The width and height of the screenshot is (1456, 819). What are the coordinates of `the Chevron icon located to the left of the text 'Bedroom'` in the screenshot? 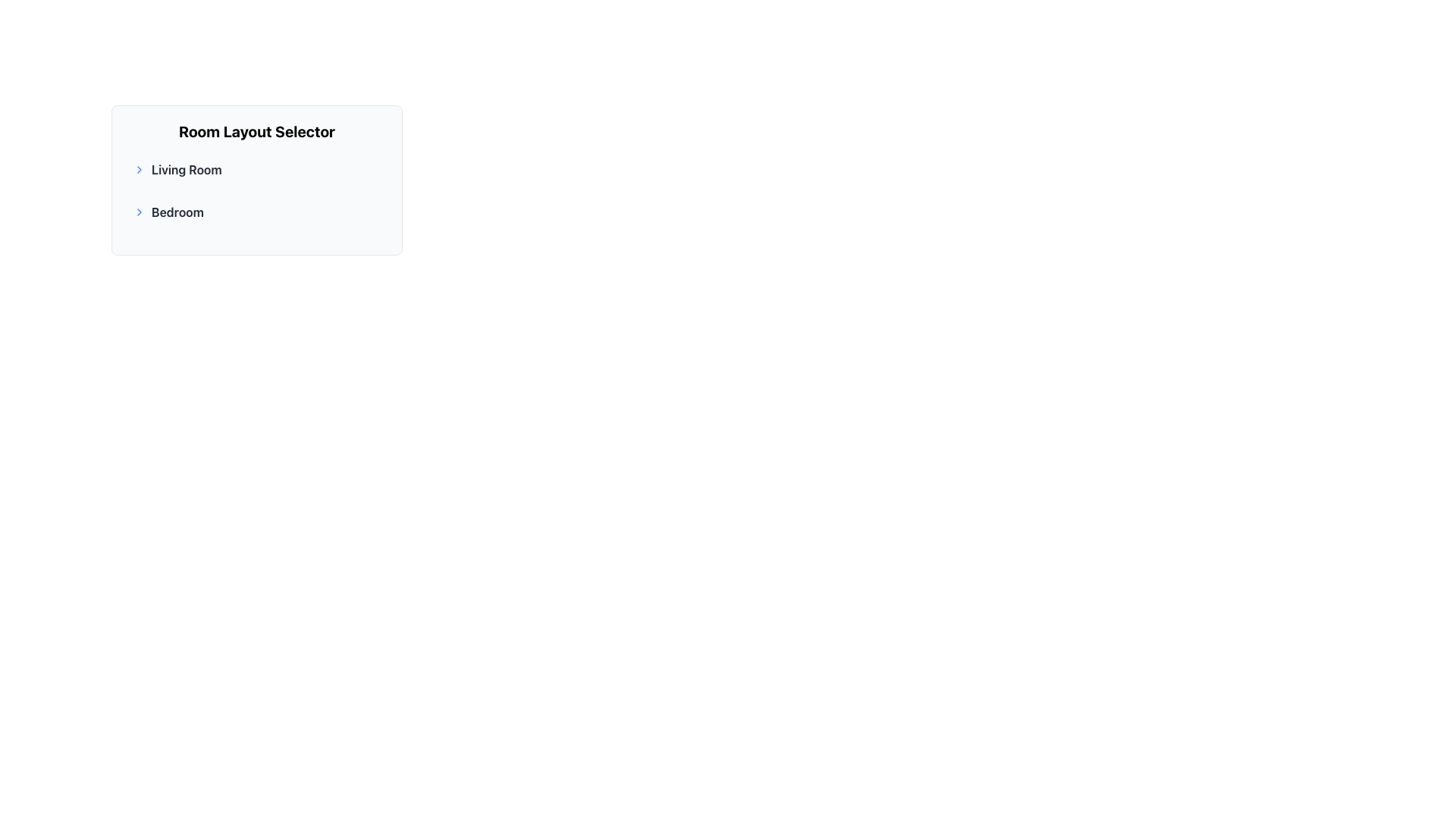 It's located at (139, 212).